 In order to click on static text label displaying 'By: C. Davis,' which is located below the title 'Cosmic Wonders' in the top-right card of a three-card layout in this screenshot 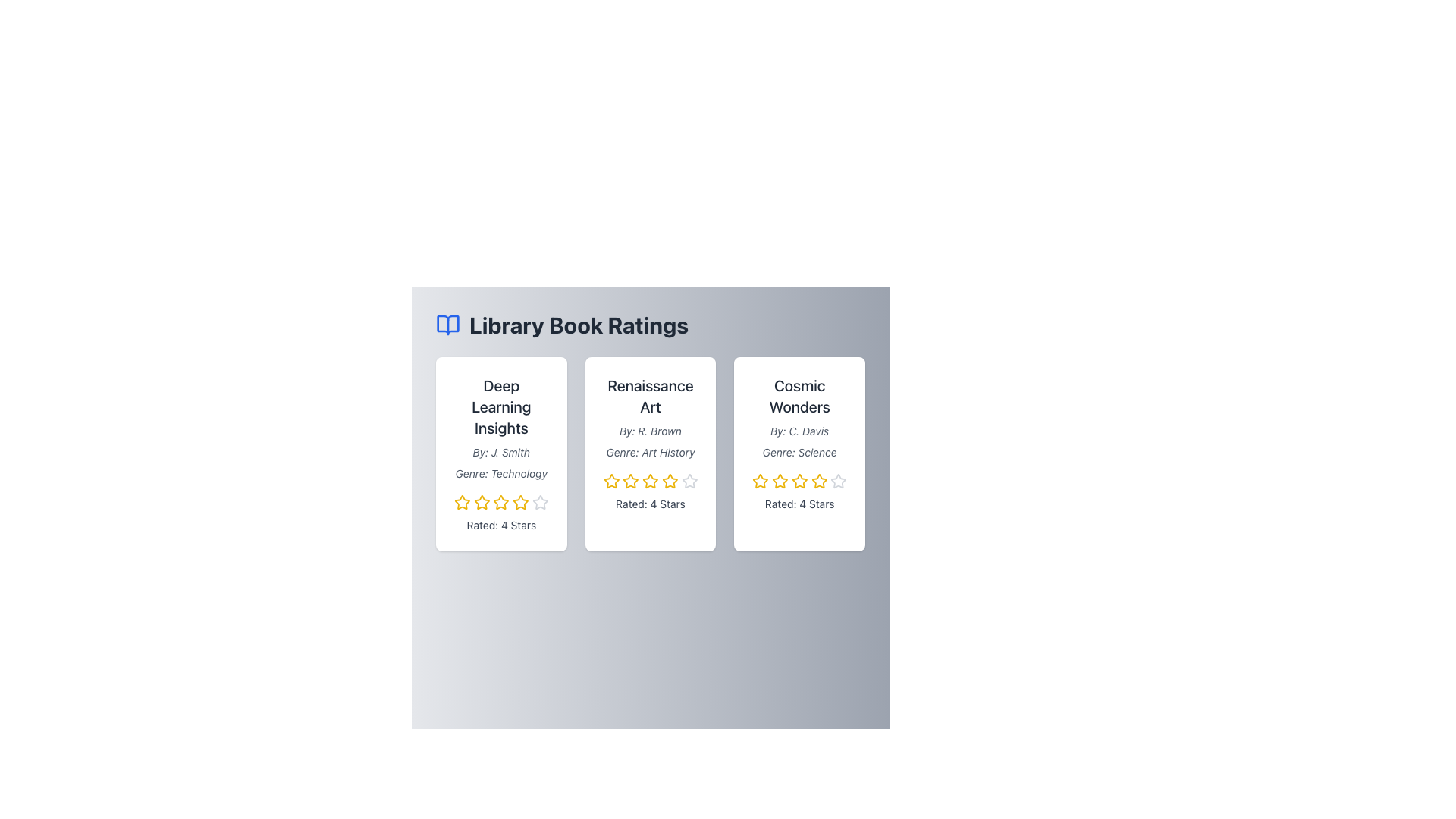, I will do `click(799, 431)`.